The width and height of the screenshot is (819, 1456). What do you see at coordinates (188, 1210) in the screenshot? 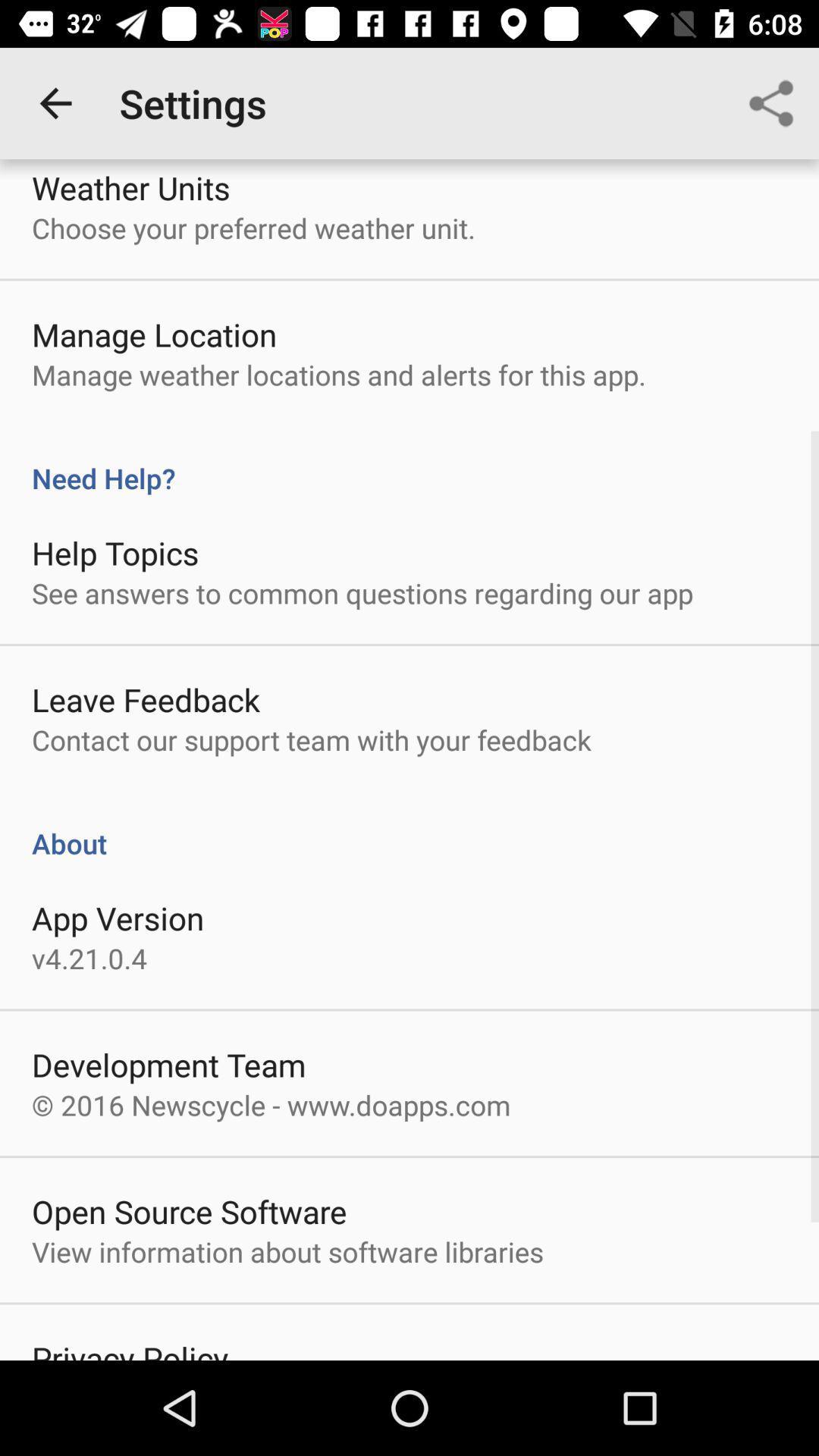
I see `open source software item` at bounding box center [188, 1210].